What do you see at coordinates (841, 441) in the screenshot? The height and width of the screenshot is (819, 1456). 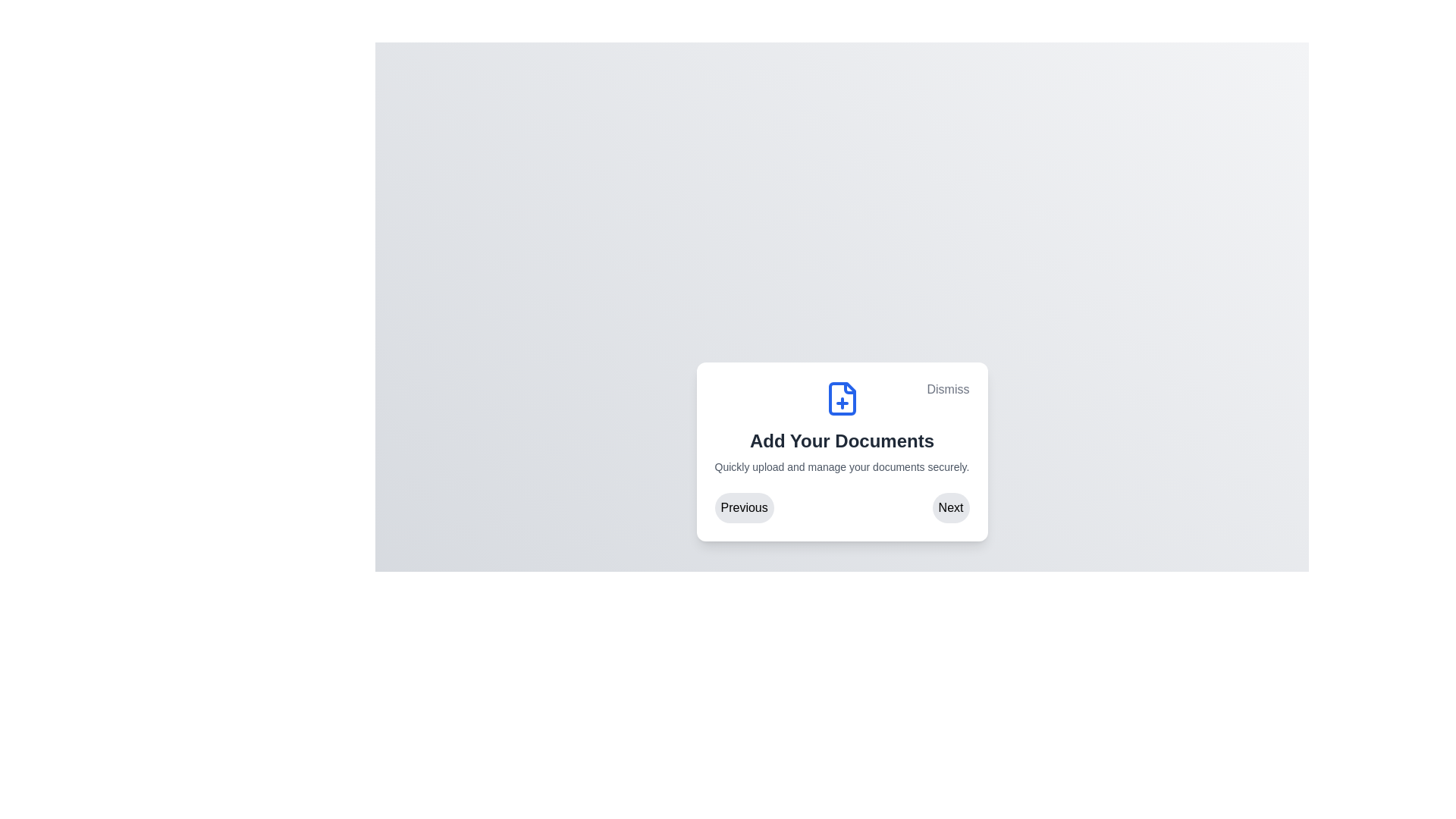 I see `the heading text element that introduces the functionality of uploading and managing documents, located below the document icon and above the descriptive text` at bounding box center [841, 441].